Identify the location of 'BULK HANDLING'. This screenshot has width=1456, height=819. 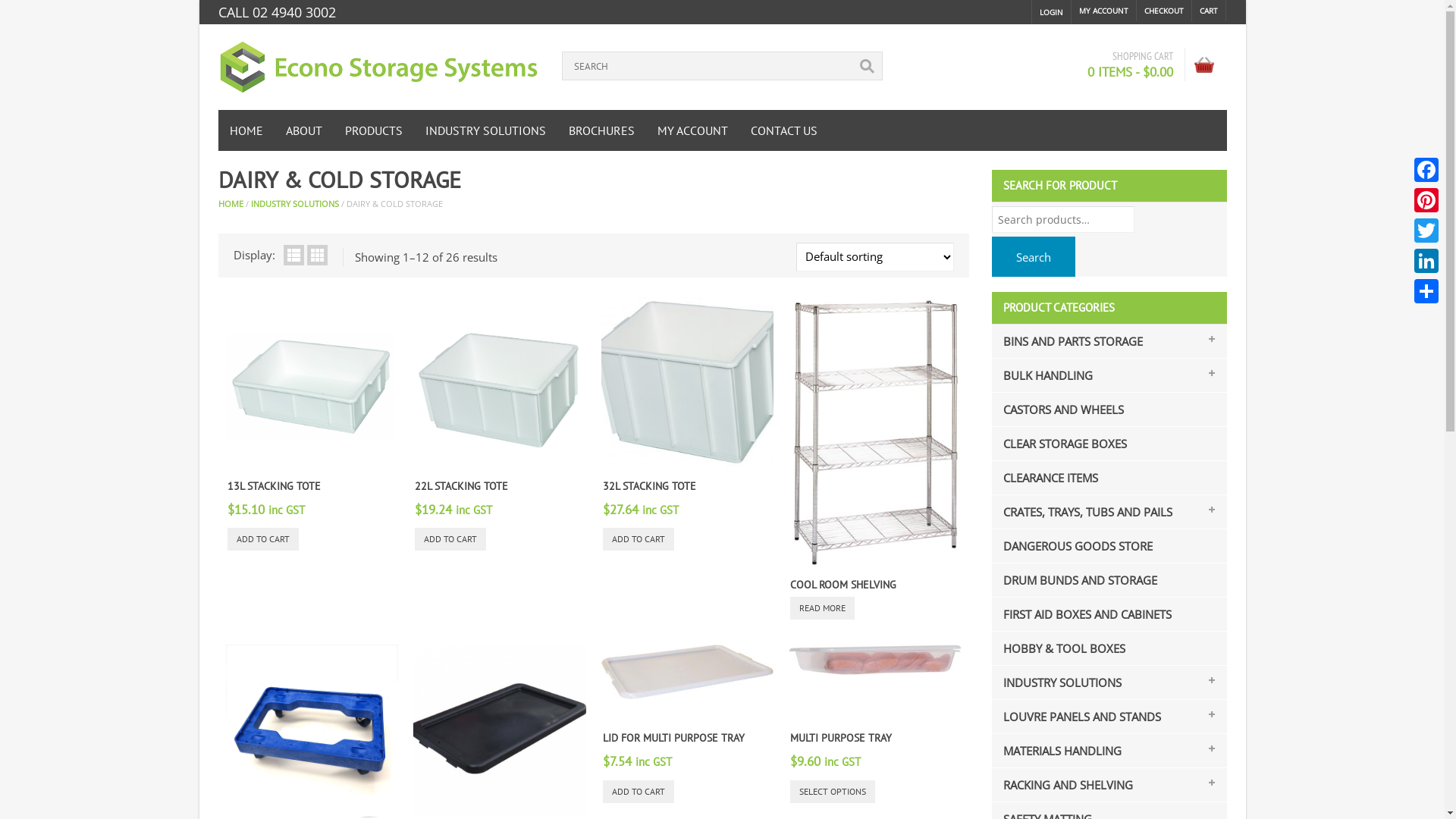
(1042, 375).